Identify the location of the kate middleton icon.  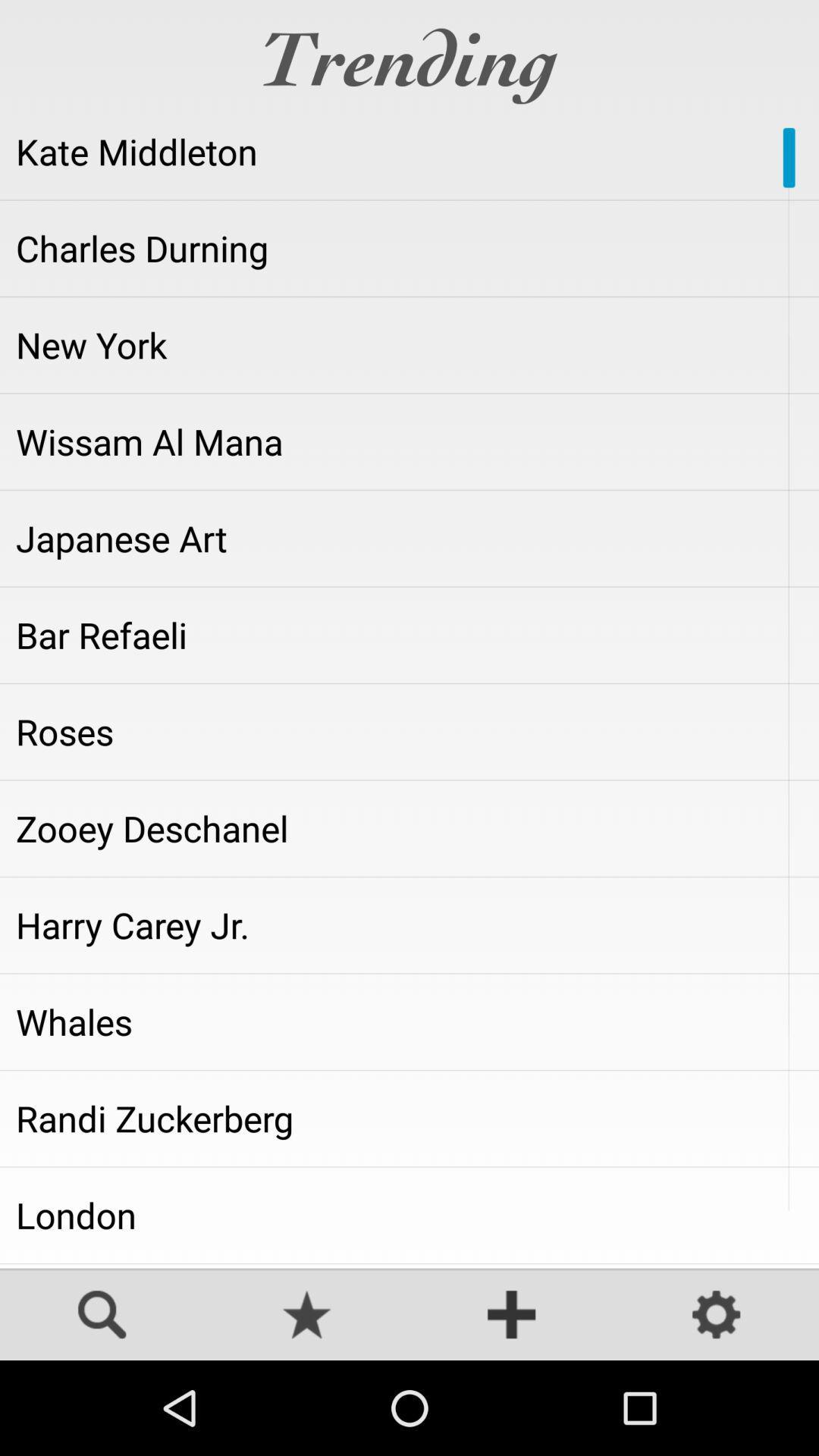
(409, 152).